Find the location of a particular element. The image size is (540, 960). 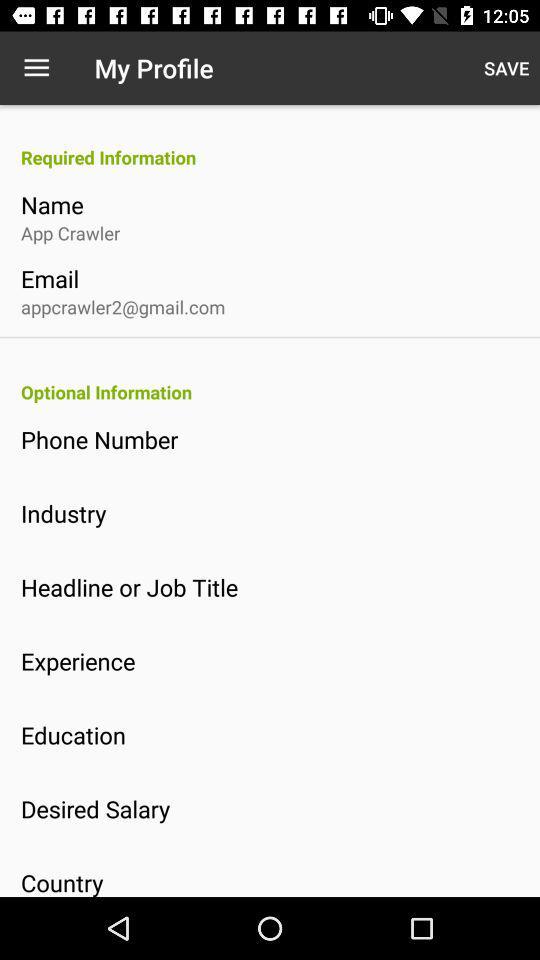

icon above the required information item is located at coordinates (505, 68).